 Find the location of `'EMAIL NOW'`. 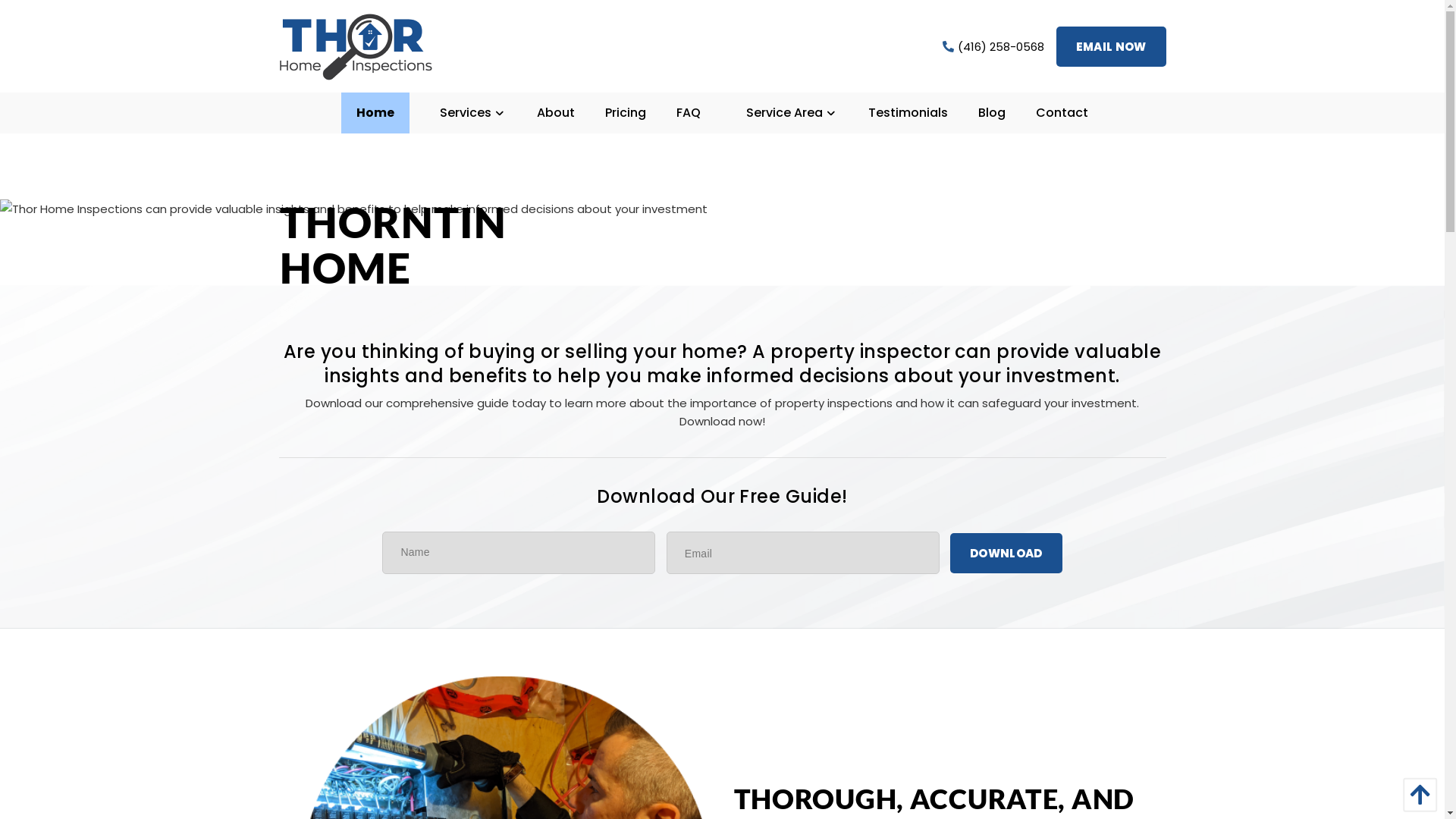

'EMAIL NOW' is located at coordinates (1055, 45).